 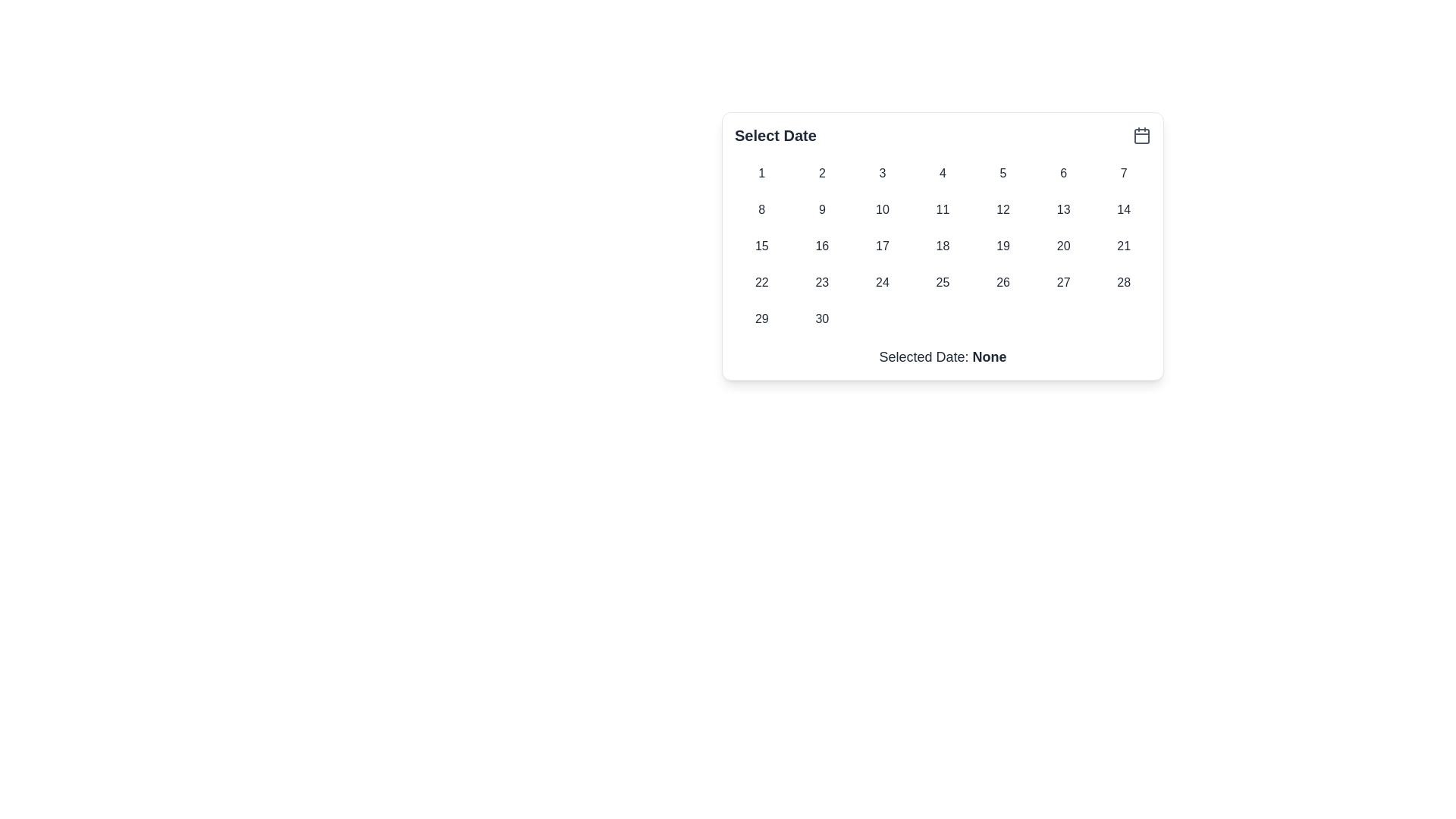 I want to click on the text label 'None' which is styled in bold font and located at the end of the sentence 'Selected Date:' in the date picker dialog box, so click(x=990, y=356).